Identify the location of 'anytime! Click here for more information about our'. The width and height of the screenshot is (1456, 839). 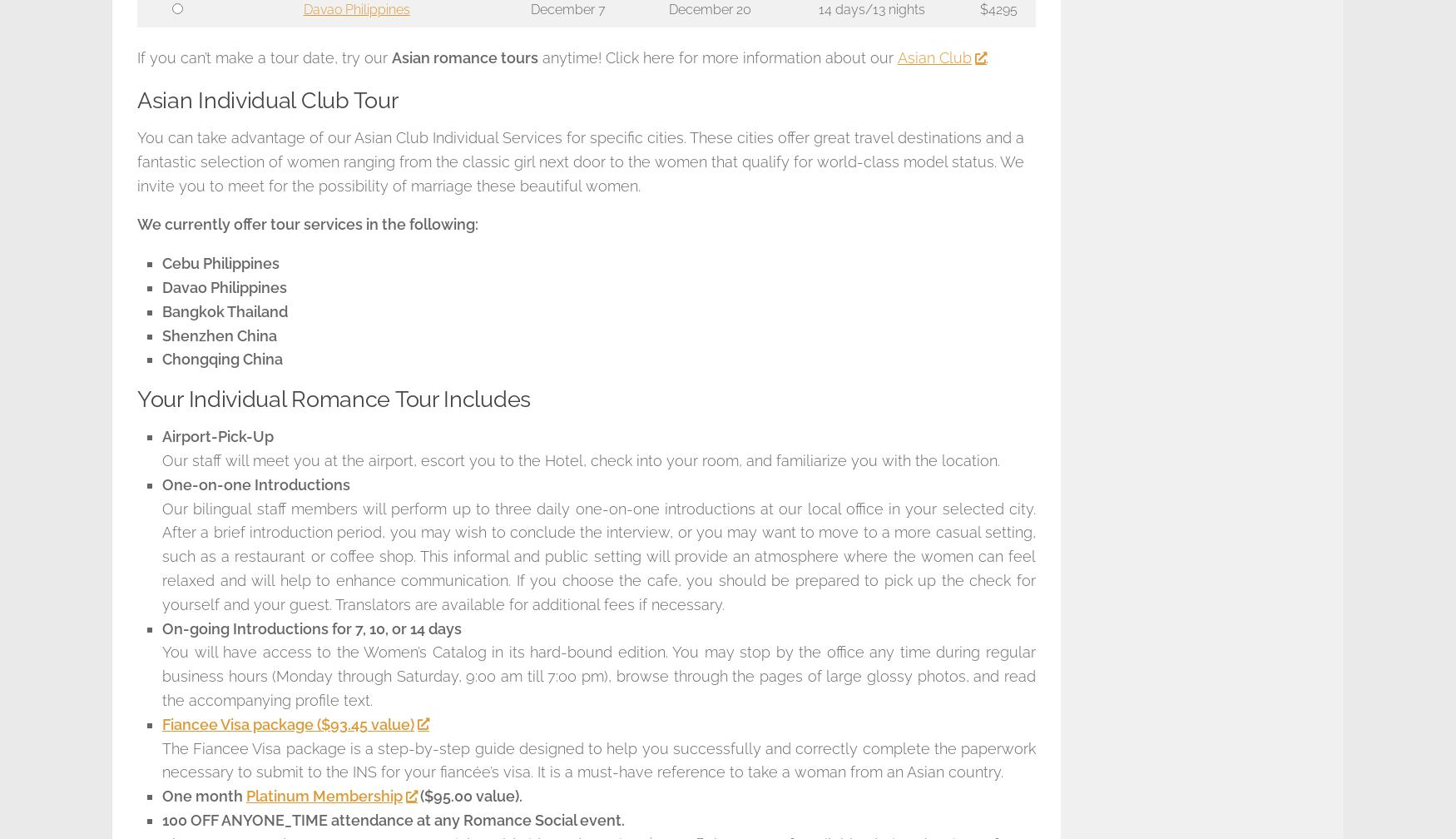
(717, 57).